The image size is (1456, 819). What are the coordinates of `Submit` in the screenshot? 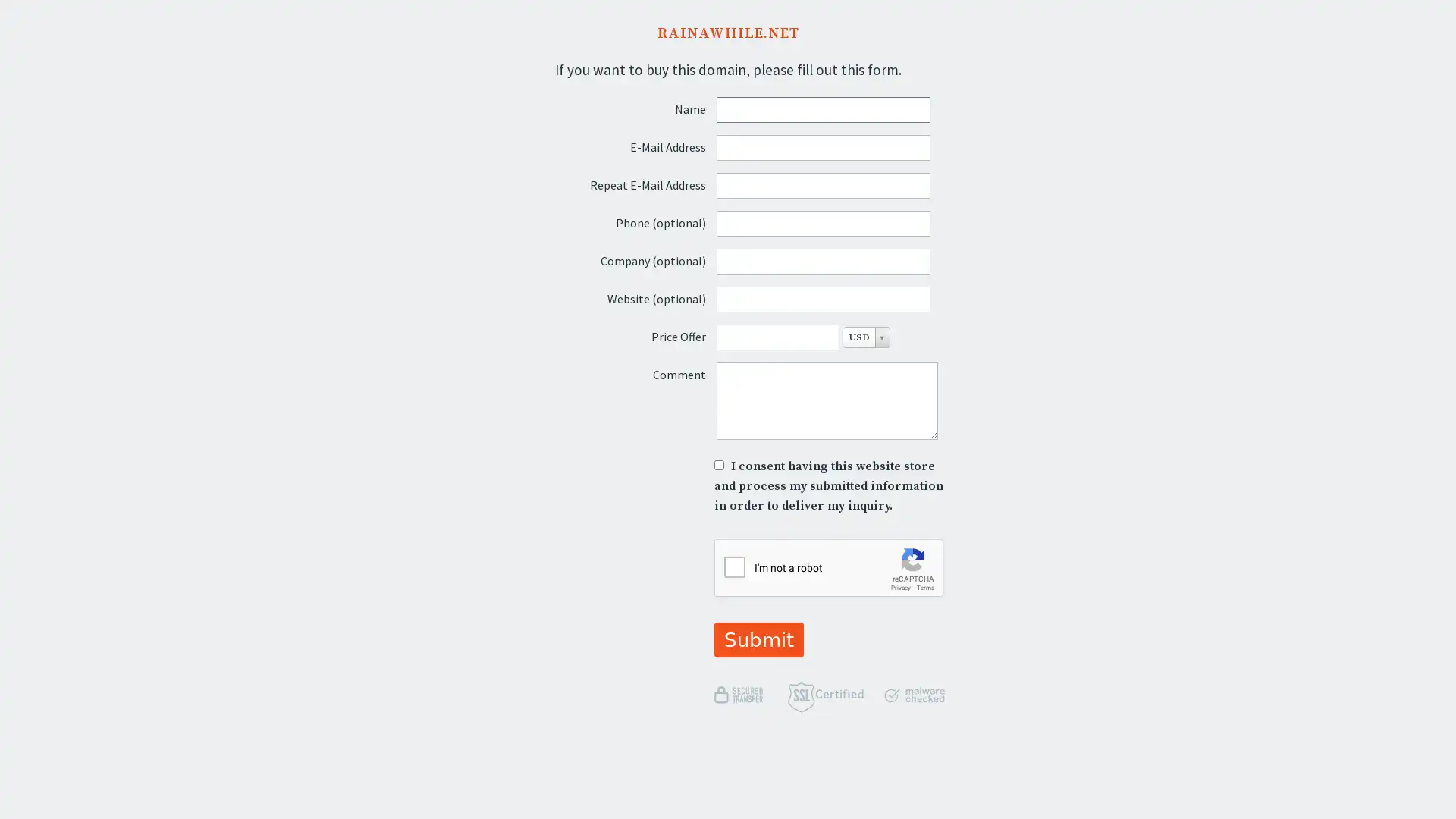 It's located at (758, 640).